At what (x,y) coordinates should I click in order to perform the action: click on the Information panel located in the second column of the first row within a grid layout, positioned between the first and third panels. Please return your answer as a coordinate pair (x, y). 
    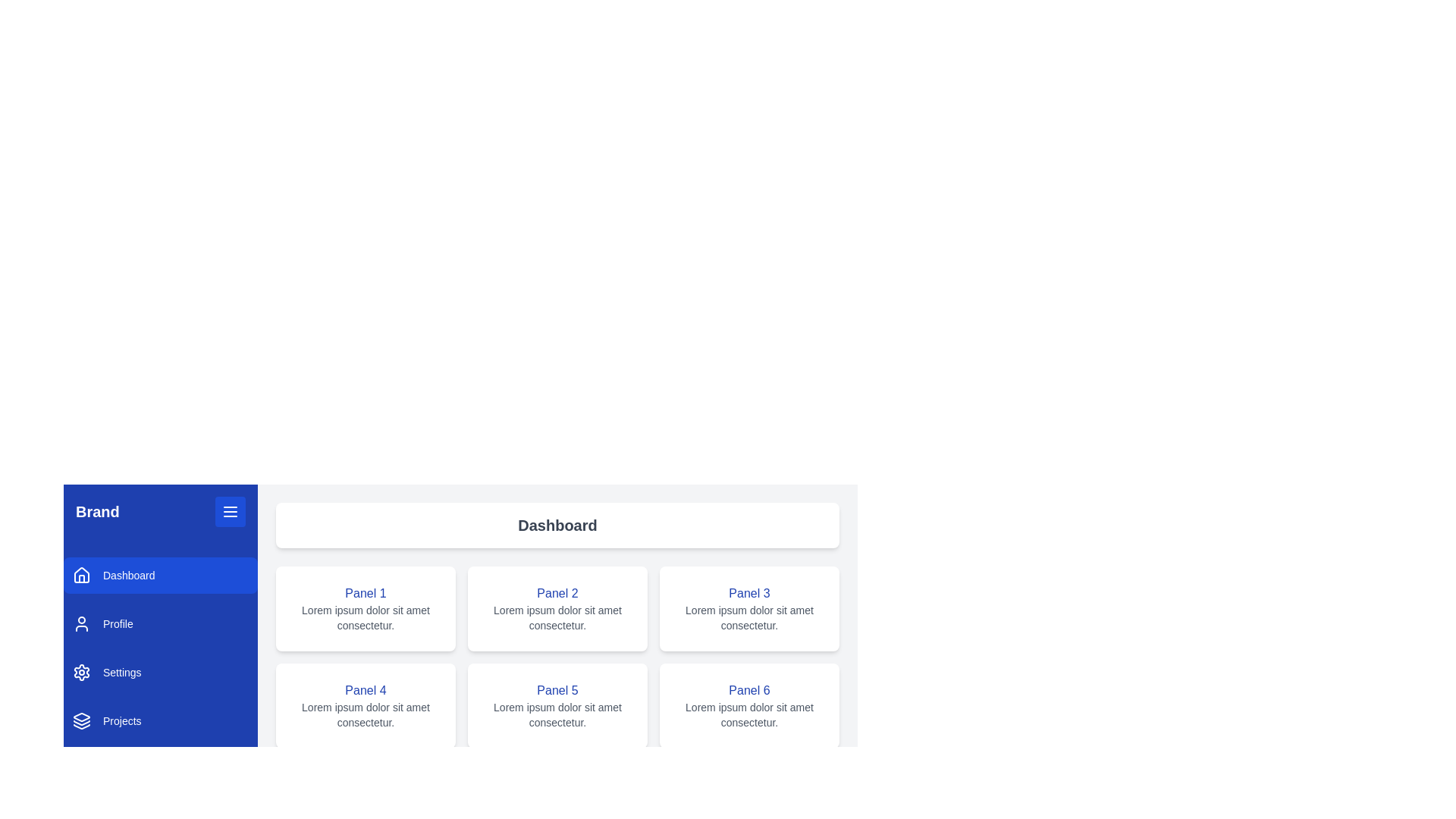
    Looking at the image, I should click on (557, 607).